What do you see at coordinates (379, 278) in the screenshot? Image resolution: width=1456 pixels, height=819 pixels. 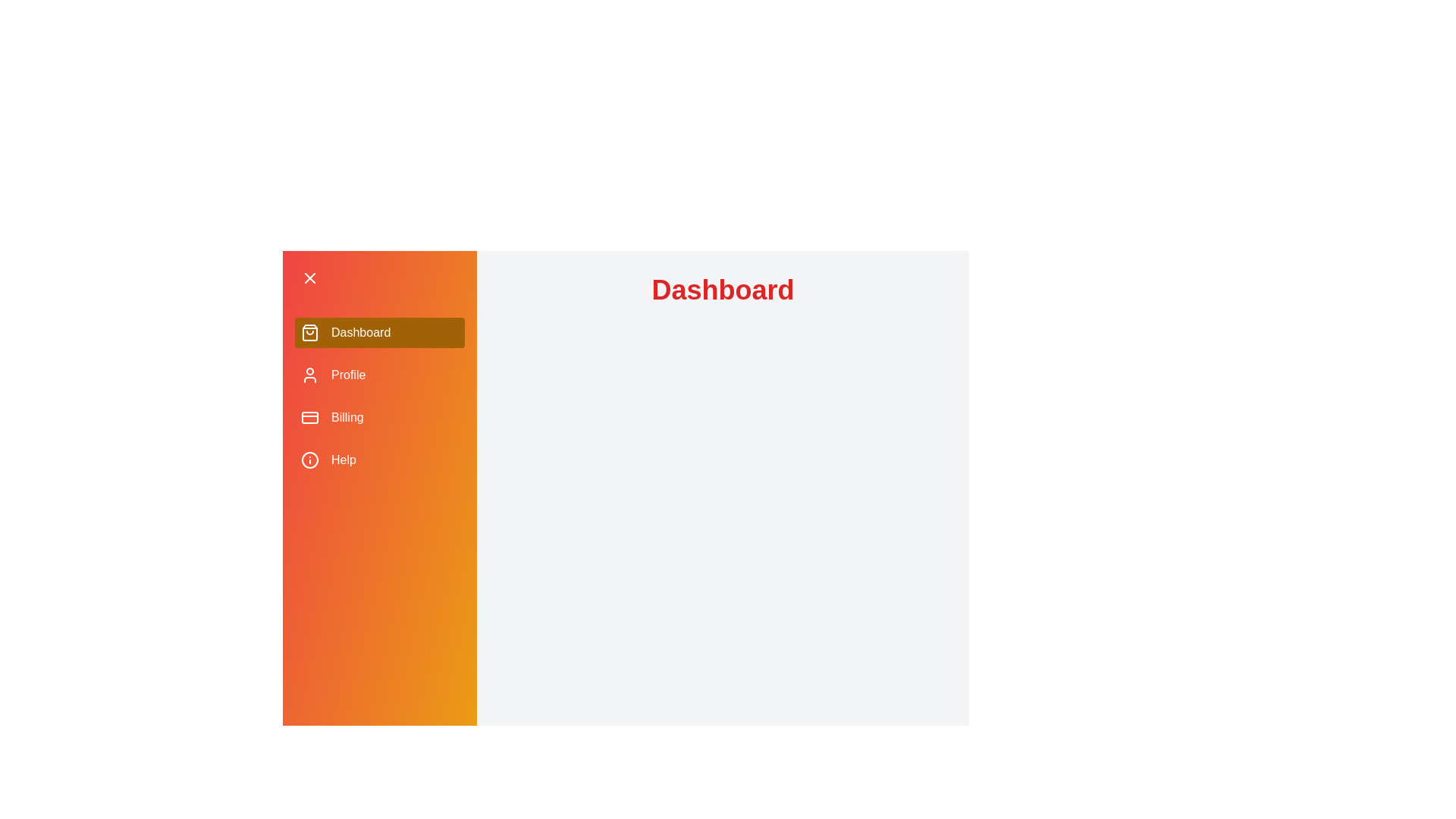 I see `the toggle button to toggle the drawer open or closed` at bounding box center [379, 278].